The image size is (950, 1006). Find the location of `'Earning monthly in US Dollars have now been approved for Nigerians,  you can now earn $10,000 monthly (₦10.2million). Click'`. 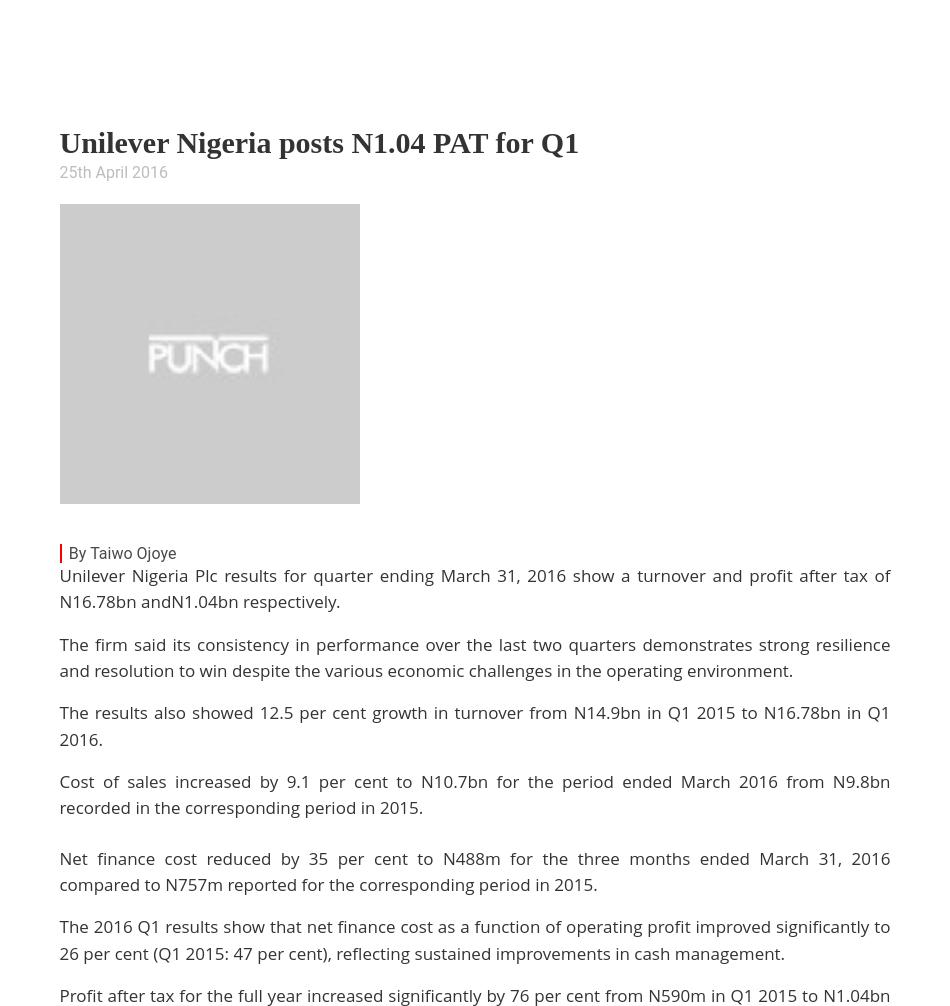

'Earning monthly in US Dollars have now been approved for Nigerians,  you can now earn $10,000 monthly (₦10.2million). Click' is located at coordinates (466, 188).